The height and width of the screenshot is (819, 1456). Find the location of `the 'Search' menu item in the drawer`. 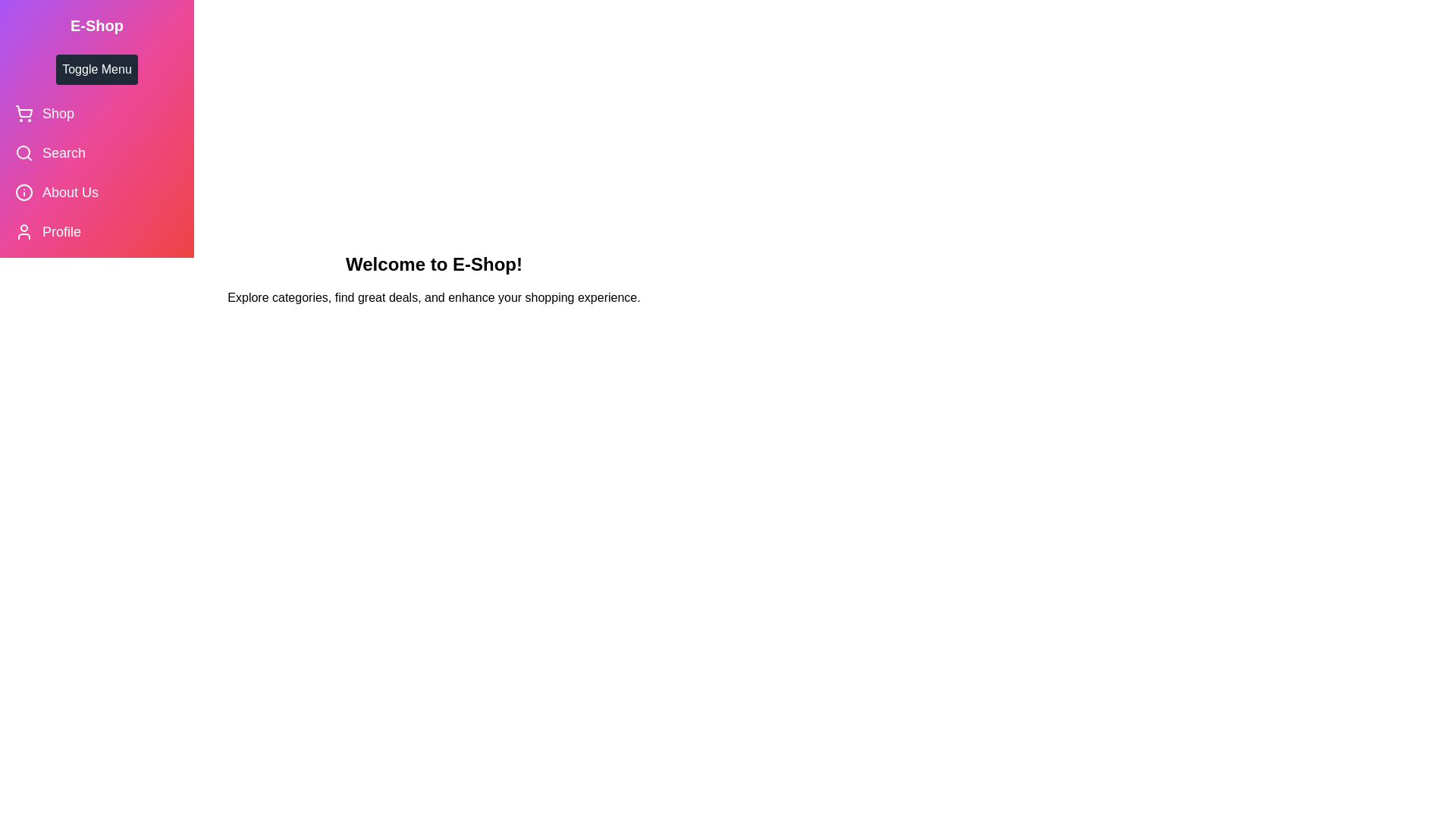

the 'Search' menu item in the drawer is located at coordinates (96, 152).